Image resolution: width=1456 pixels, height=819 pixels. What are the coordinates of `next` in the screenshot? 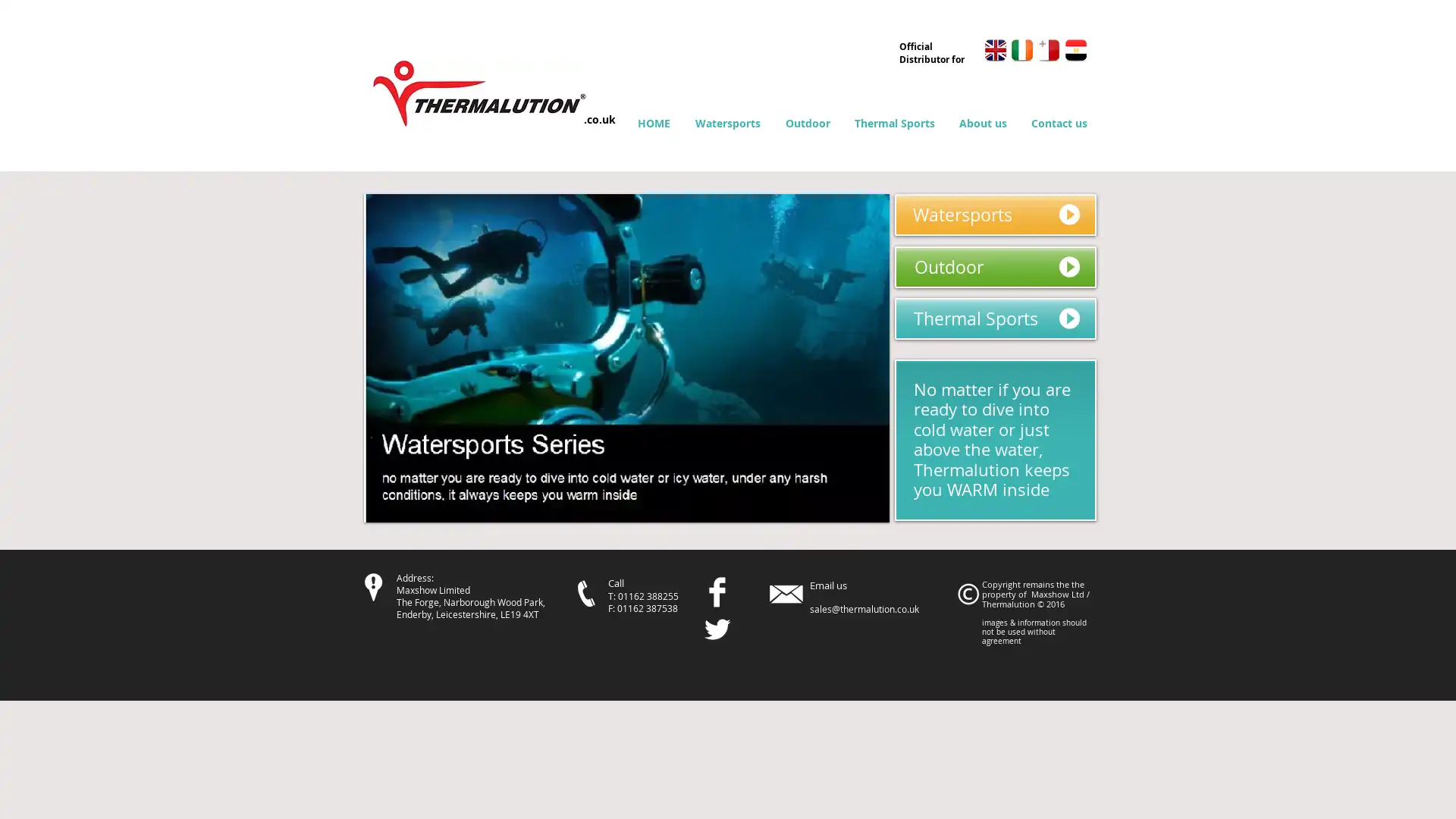 It's located at (857, 357).